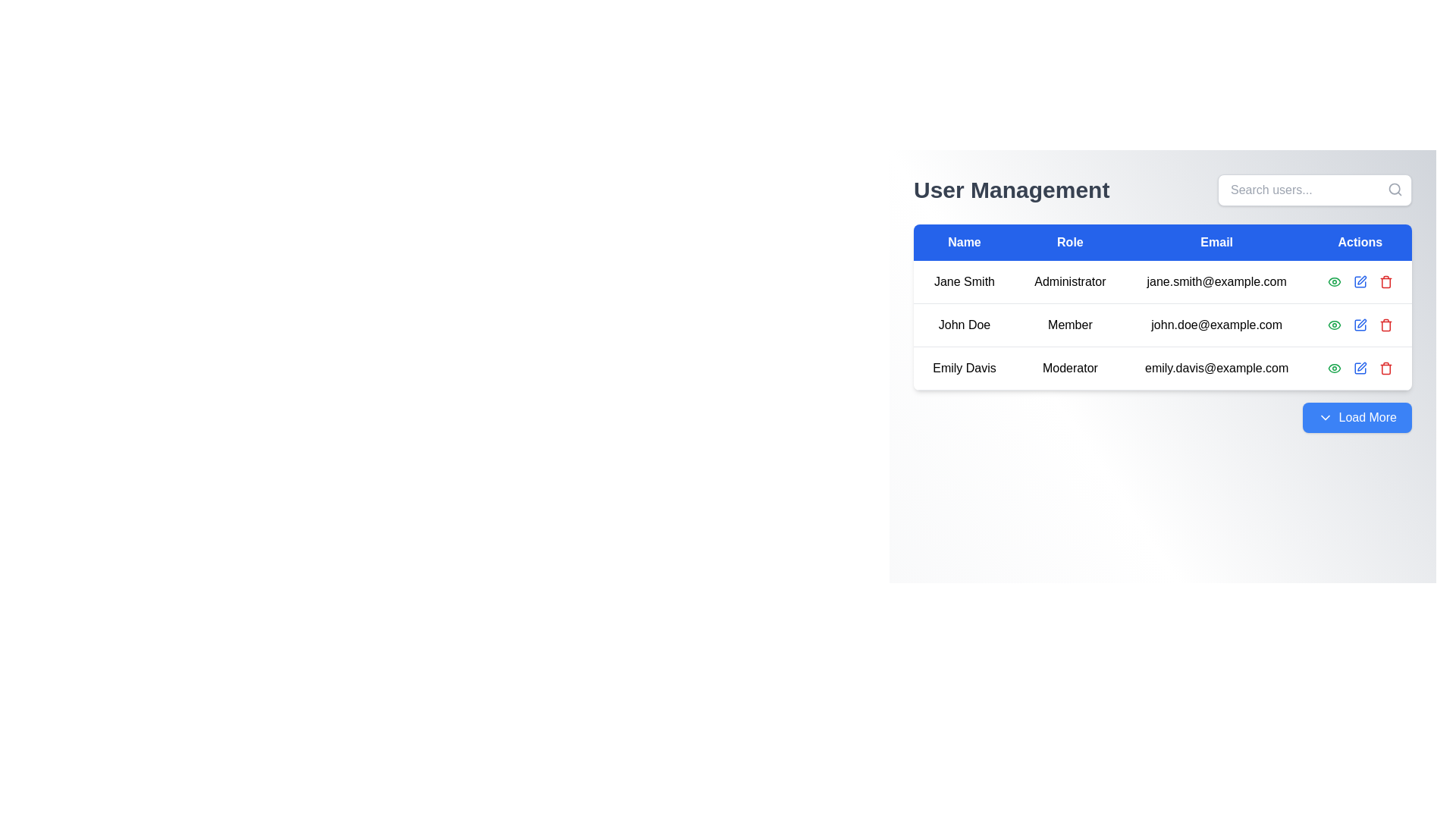 The width and height of the screenshot is (1456, 819). Describe the element at coordinates (1360, 242) in the screenshot. I see `the 'Actions' header in the table, which is the fourth header and located in the top-right corner of the header row` at that location.